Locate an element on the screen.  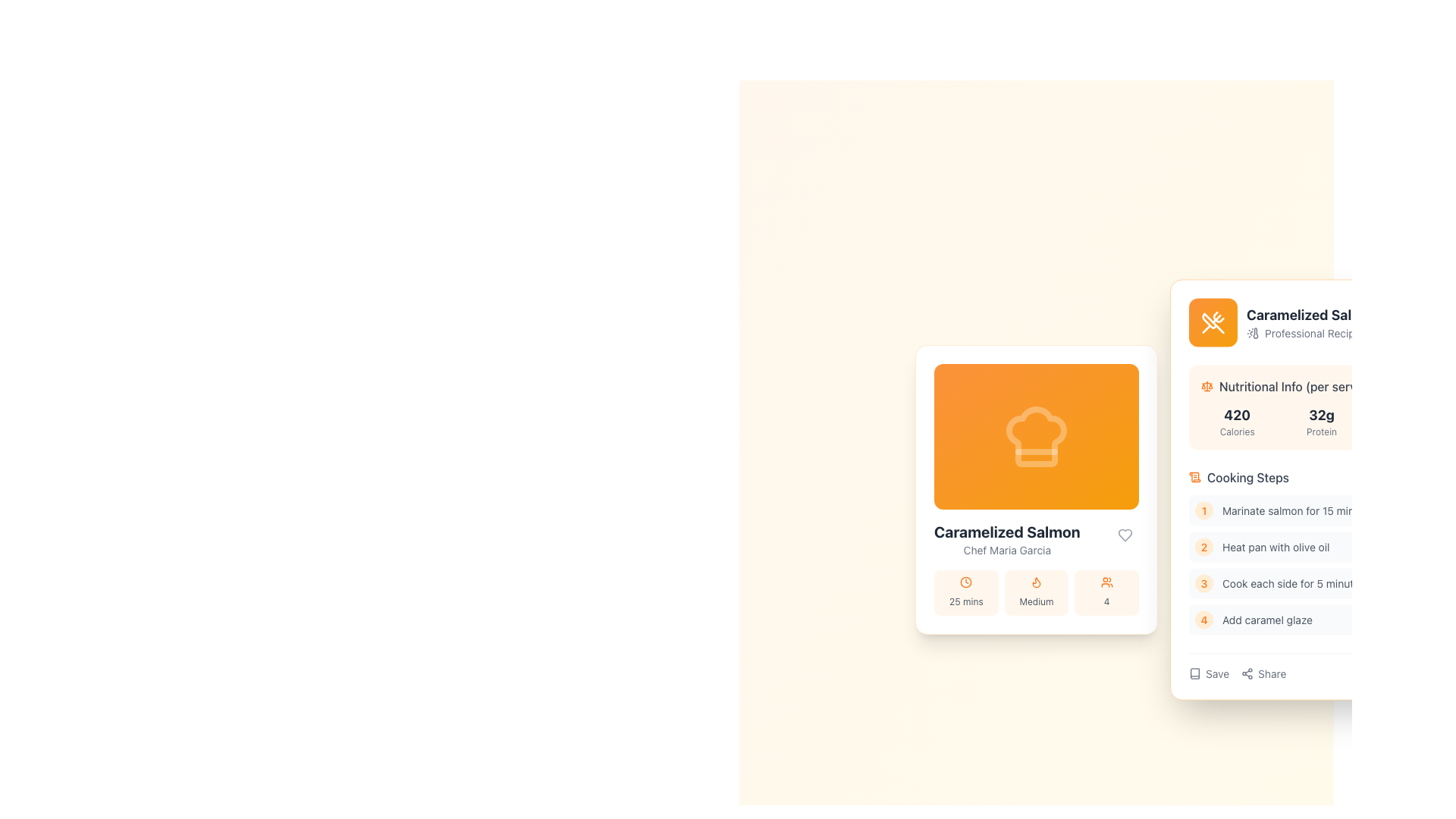
the text label that reads 'Cook each side for 5 minutes', which is styled with a small font size and gray color, positioned next to a circular icon with the number '3' is located at coordinates (1293, 582).